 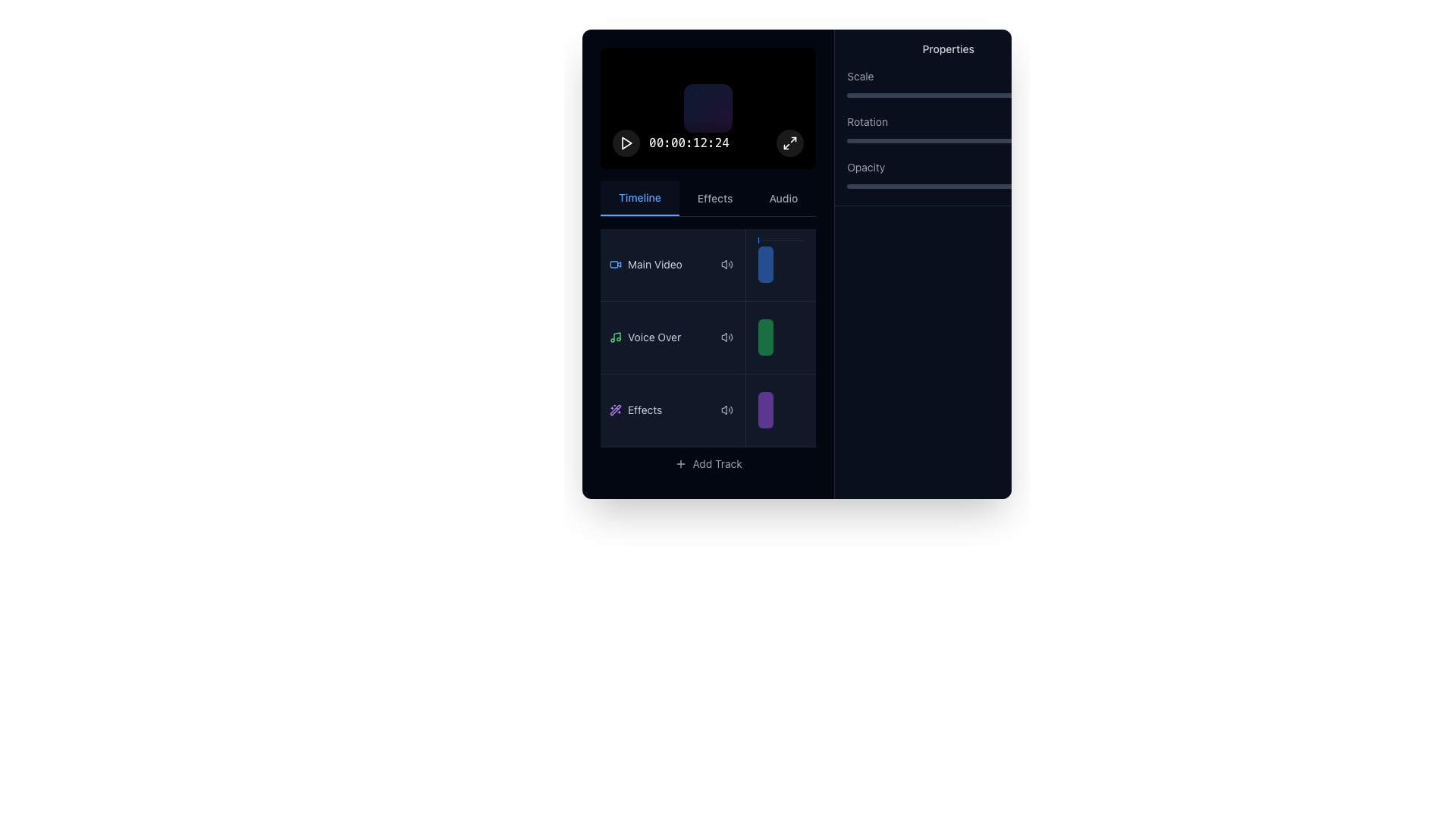 What do you see at coordinates (869, 96) in the screenshot?
I see `the scale slider` at bounding box center [869, 96].